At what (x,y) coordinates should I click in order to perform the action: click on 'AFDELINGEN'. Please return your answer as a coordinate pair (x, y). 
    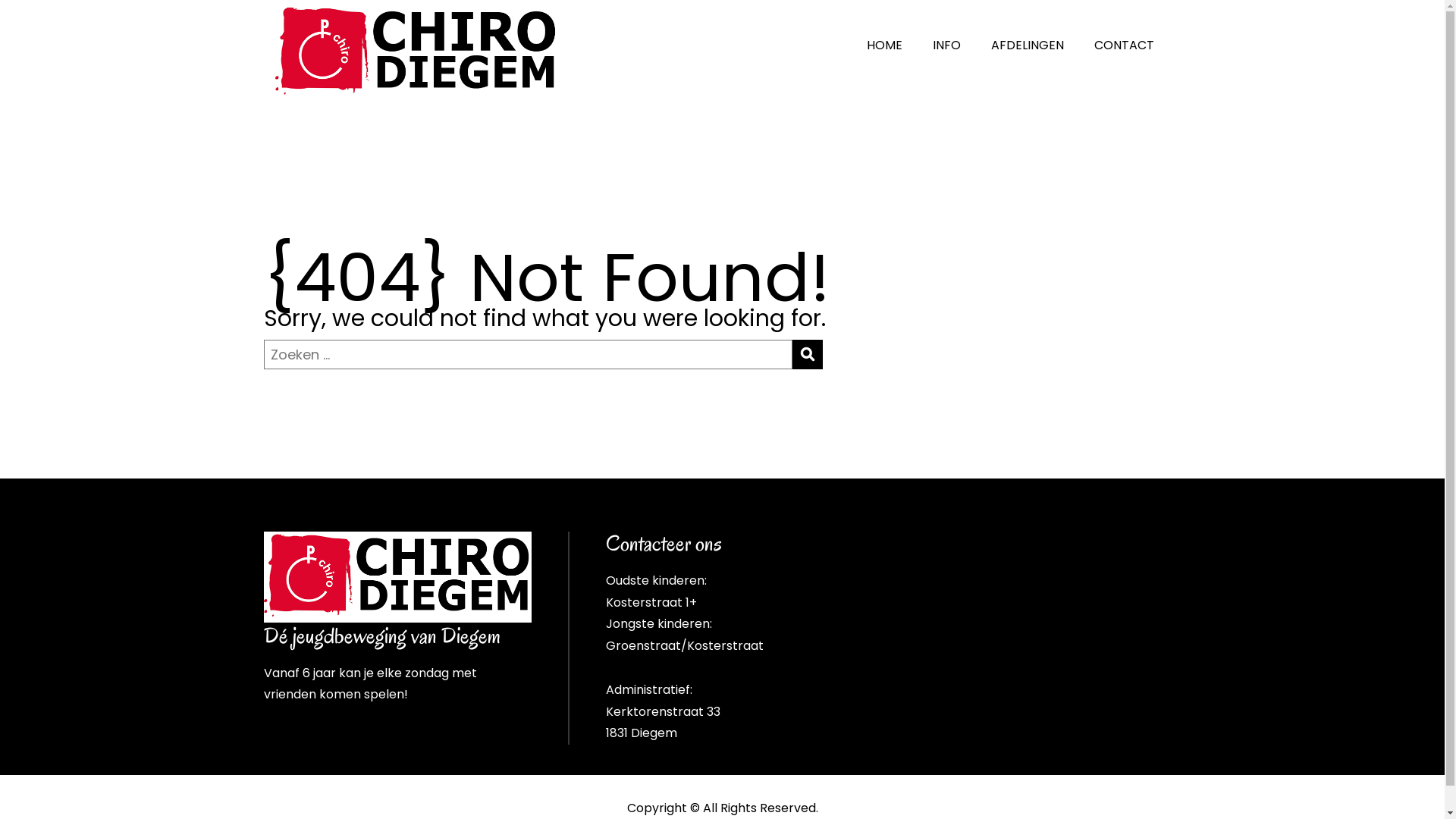
    Looking at the image, I should click on (1027, 45).